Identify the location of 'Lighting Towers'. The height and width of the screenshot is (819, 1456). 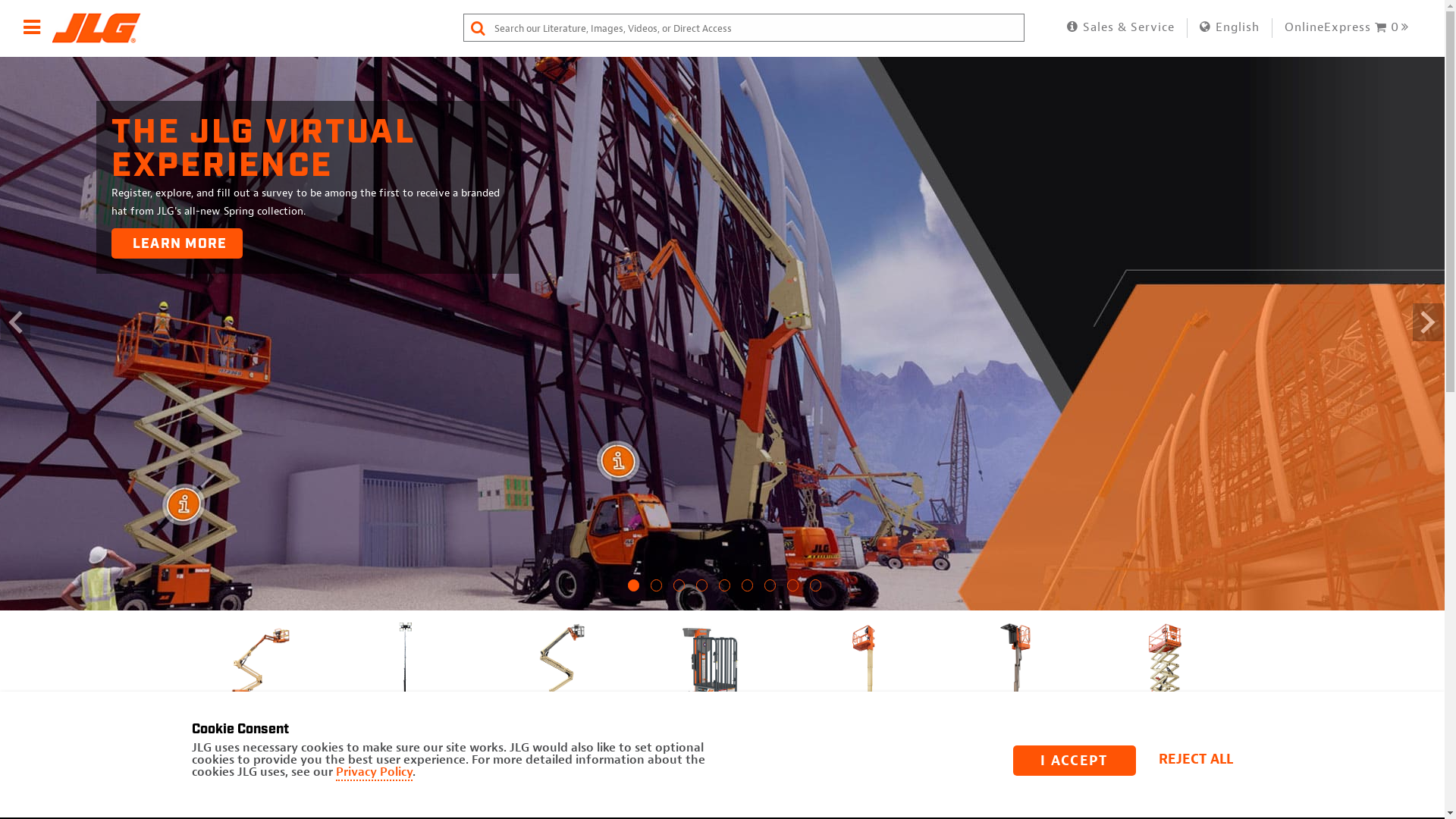
(341, 674).